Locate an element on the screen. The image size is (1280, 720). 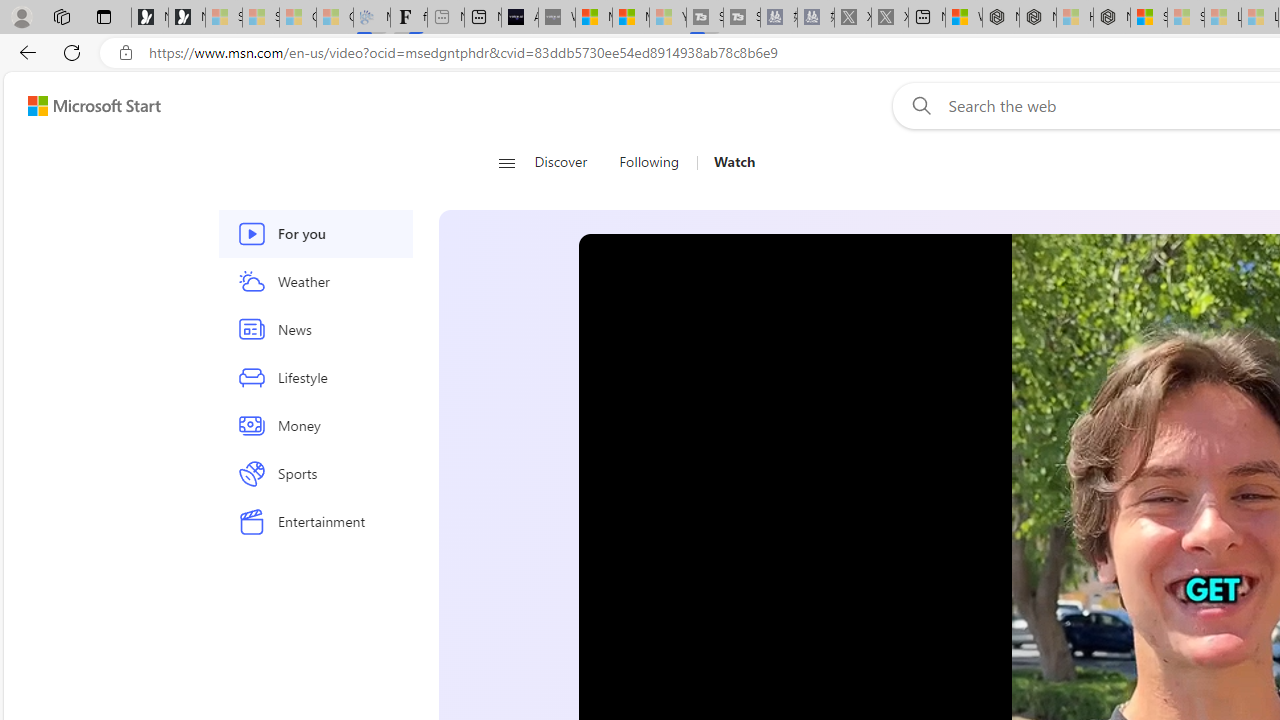
'Watch' is located at coordinates (733, 162).